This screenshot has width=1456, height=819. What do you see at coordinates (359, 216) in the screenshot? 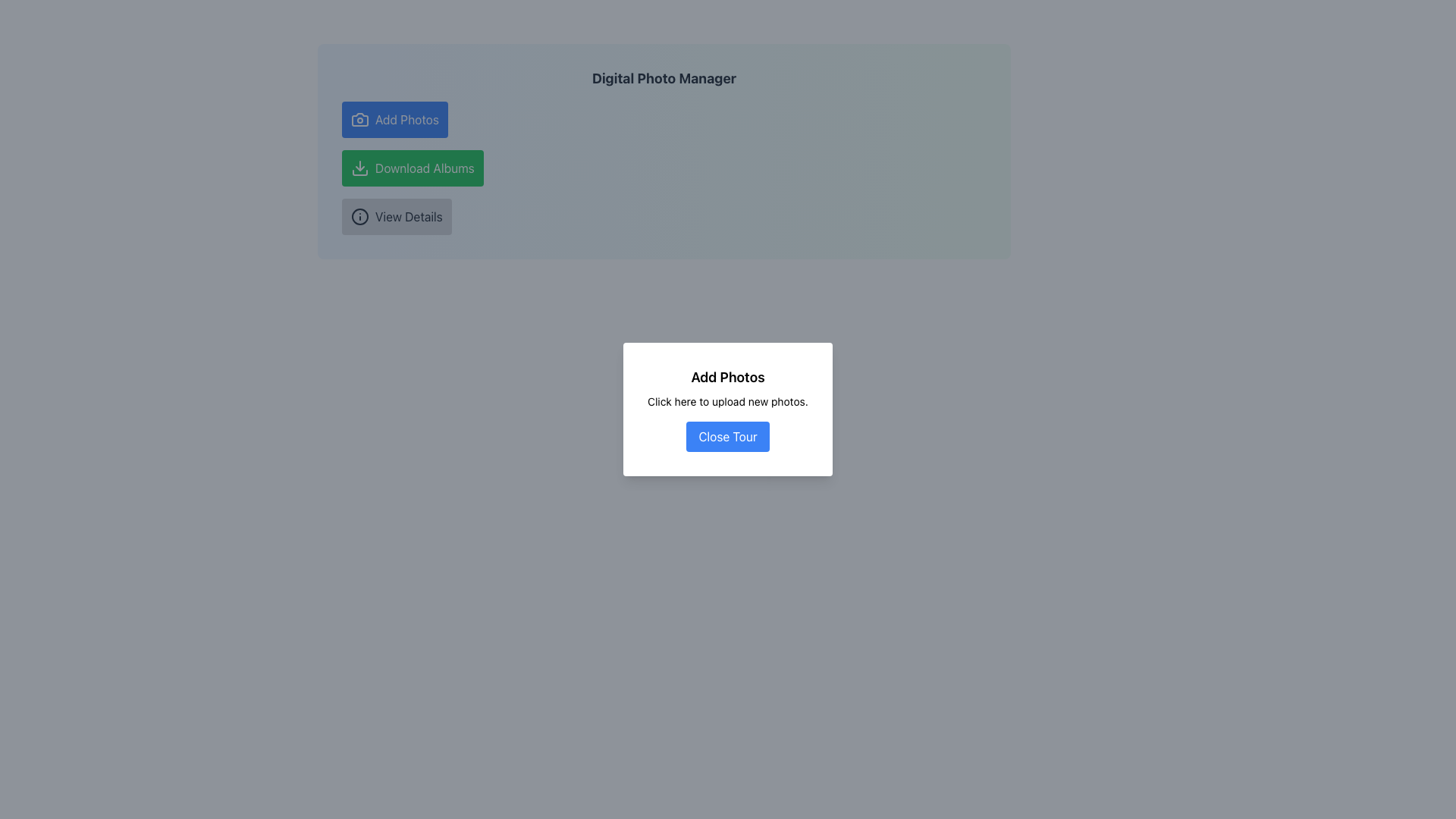
I see `the circle element within the SVG that enhances the information symbol of the 'View Details' button located at the bottom of a cluster of buttons` at bounding box center [359, 216].